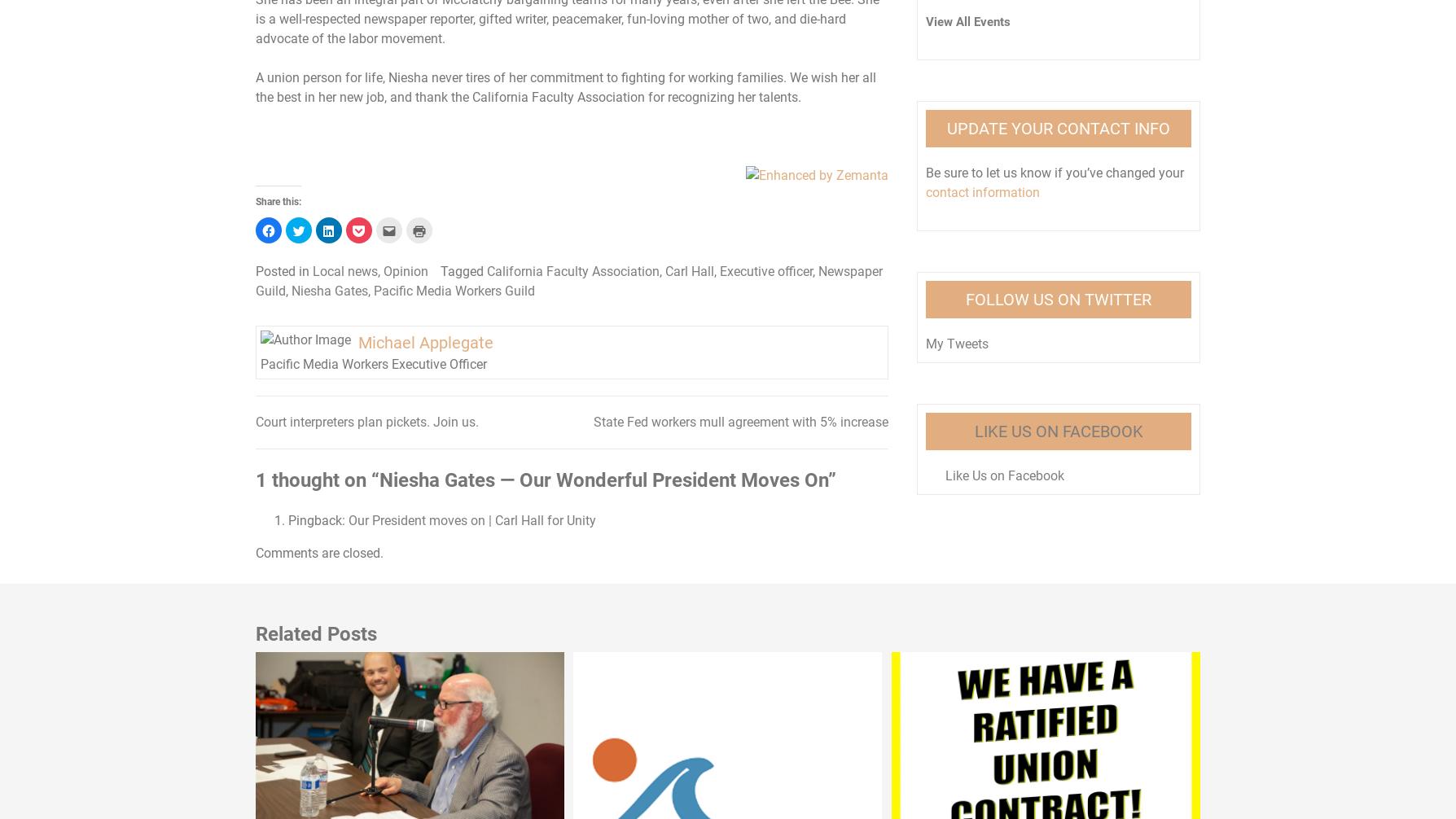  Describe the element at coordinates (924, 191) in the screenshot. I see `'contact information'` at that location.